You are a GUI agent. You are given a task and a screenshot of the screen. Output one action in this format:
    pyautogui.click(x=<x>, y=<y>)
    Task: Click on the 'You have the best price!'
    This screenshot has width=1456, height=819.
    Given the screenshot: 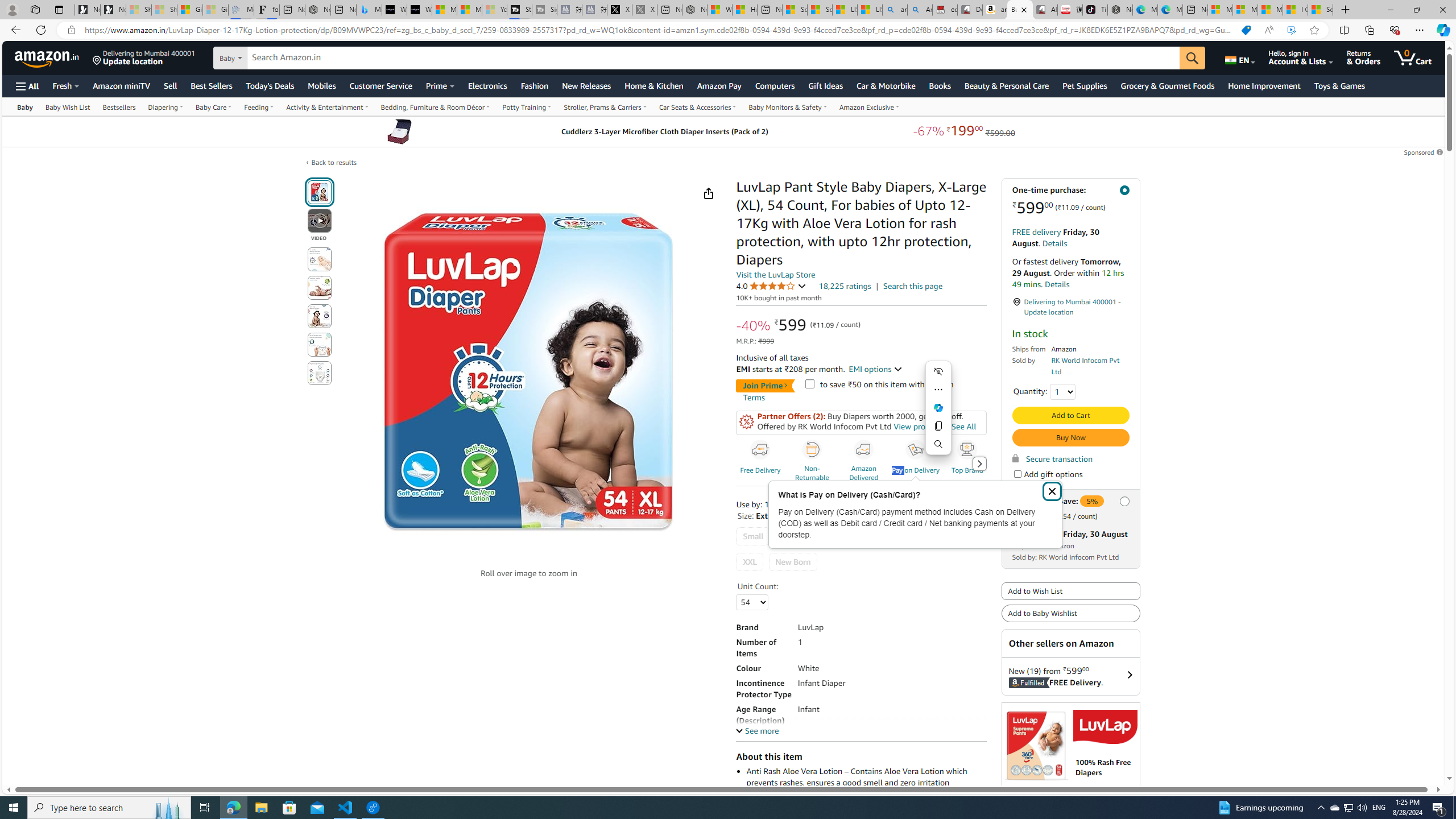 What is the action you would take?
    pyautogui.click(x=1246, y=30)
    